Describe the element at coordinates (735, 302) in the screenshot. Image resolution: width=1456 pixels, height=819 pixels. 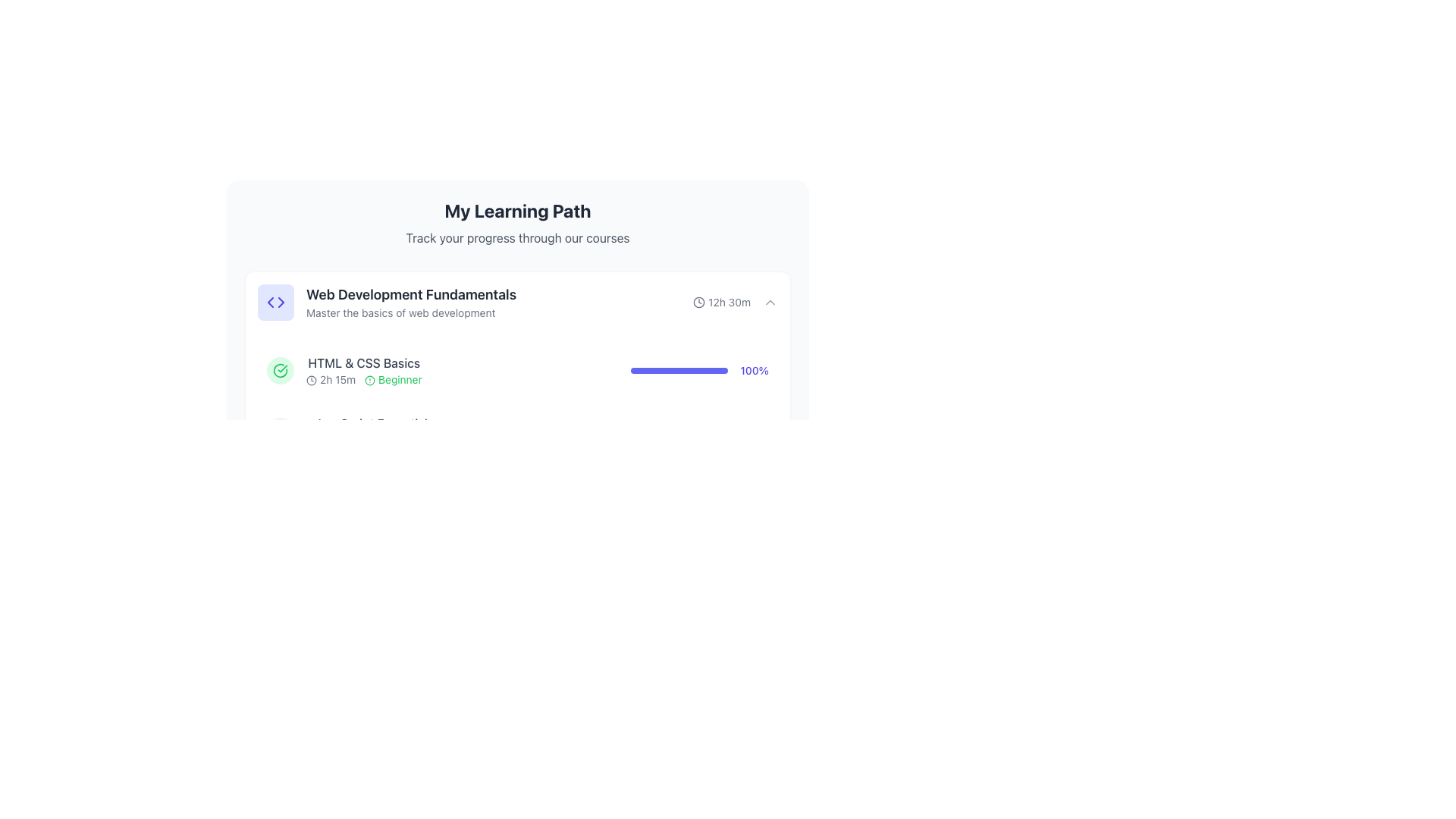
I see `the Label with icons displaying '12h 30m', which includes a clock icon on the left and an upward chevron icon on the right` at that location.